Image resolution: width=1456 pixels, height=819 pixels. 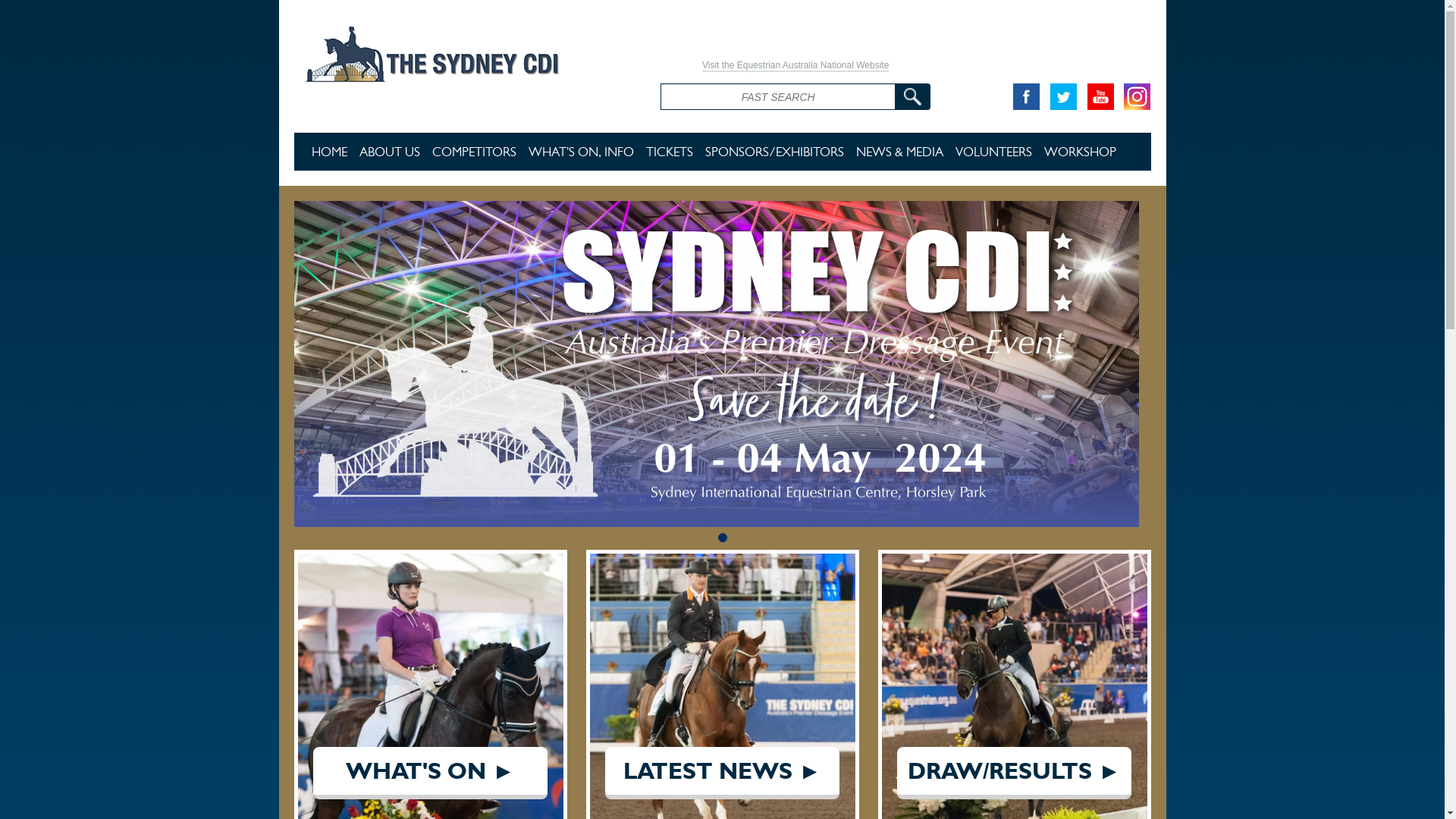 I want to click on 'WORKSHOP', so click(x=1078, y=152).